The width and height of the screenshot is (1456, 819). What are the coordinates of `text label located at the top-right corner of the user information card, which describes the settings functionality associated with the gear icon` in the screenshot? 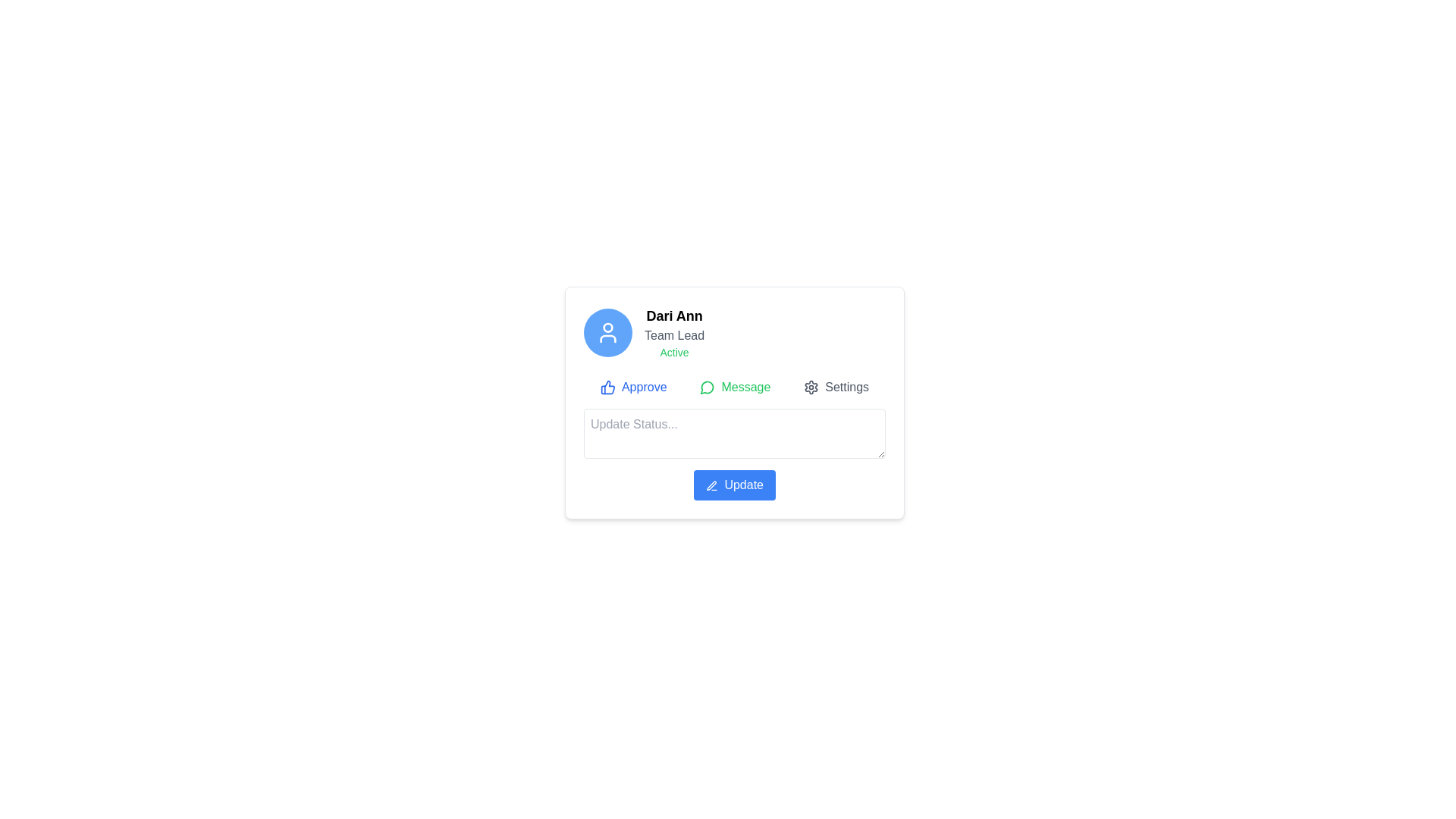 It's located at (846, 386).